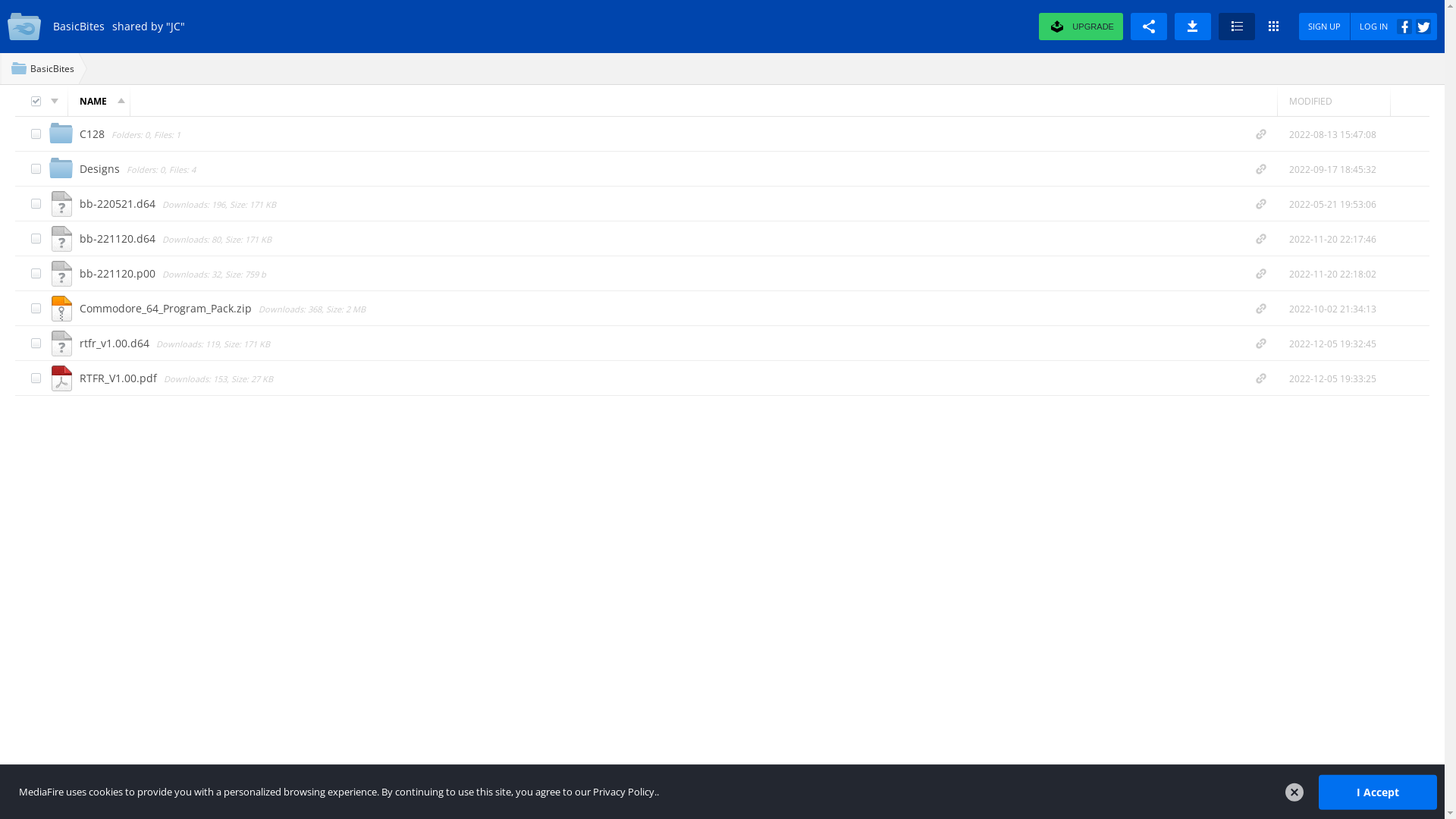 The width and height of the screenshot is (1456, 819). I want to click on 'RTFR_V1.00.pdf', so click(79, 376).